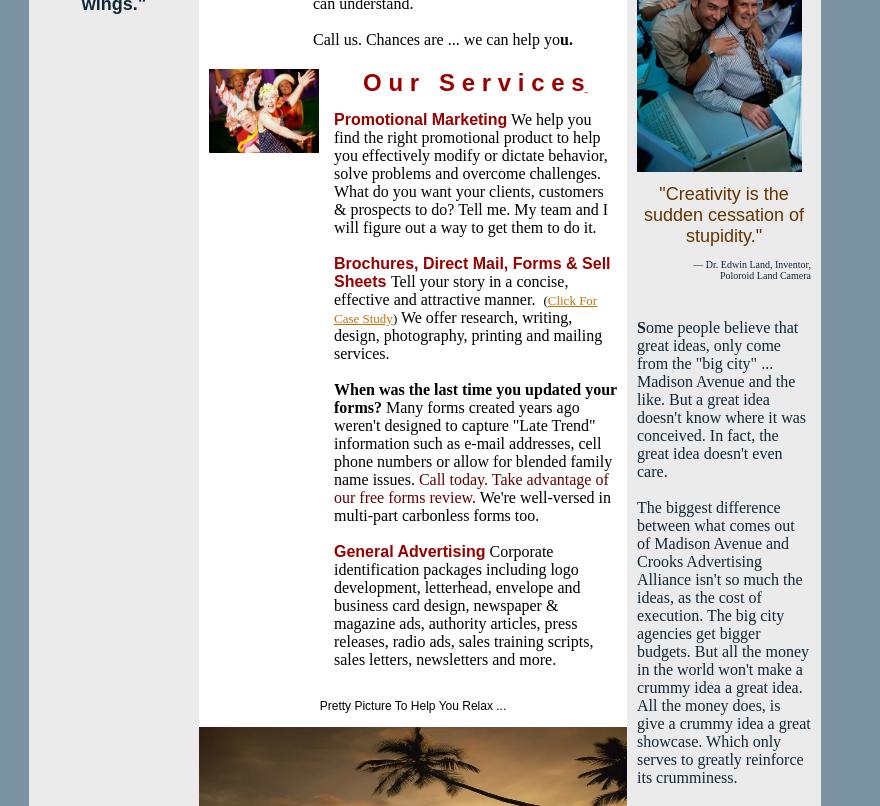 Image resolution: width=880 pixels, height=806 pixels. What do you see at coordinates (464, 309) in the screenshot?
I see `'Click For Case Study'` at bounding box center [464, 309].